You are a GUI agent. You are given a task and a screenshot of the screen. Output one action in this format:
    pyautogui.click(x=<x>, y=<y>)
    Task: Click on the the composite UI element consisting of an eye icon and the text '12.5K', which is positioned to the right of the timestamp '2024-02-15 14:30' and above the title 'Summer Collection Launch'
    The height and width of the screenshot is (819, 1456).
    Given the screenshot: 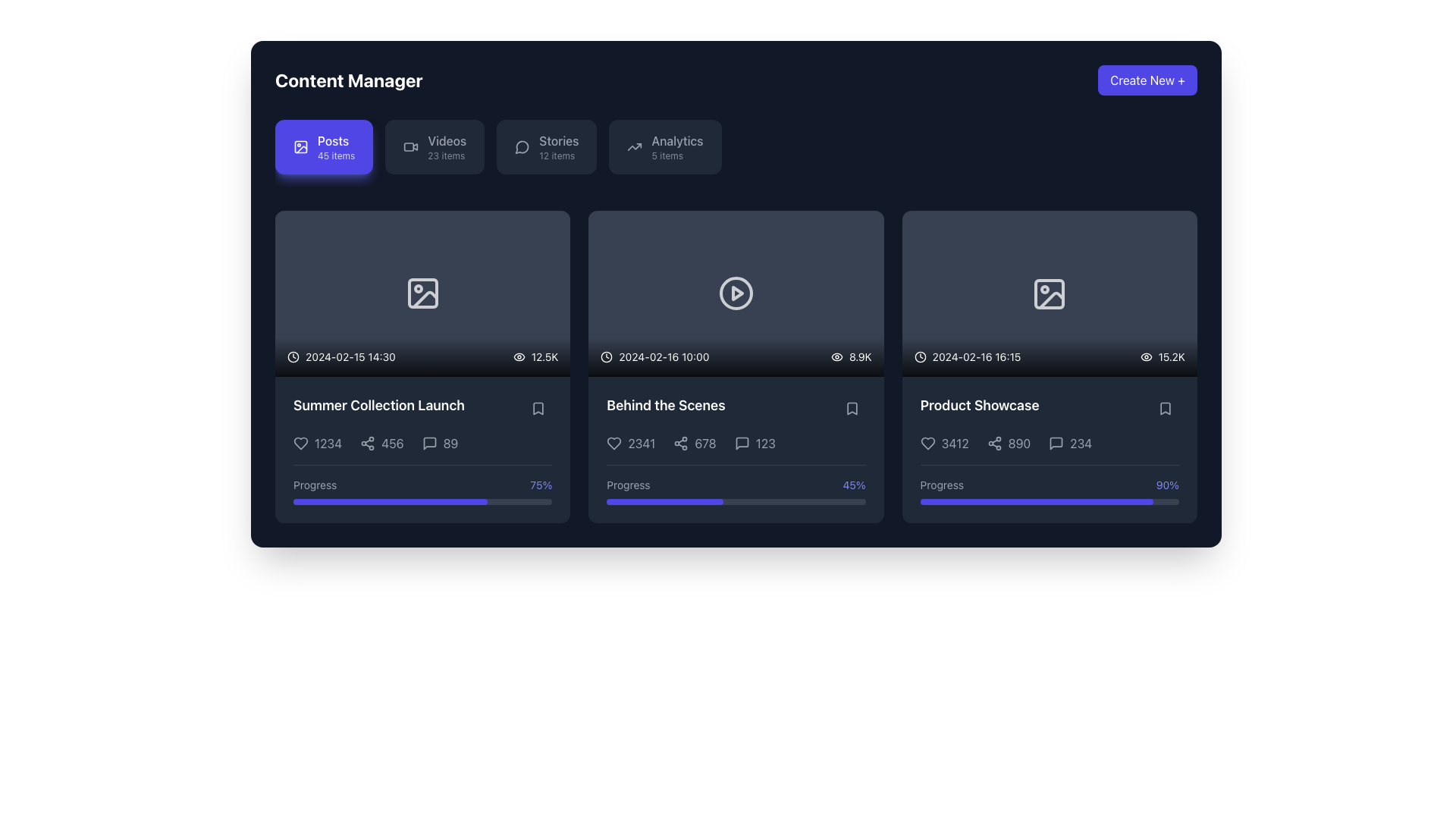 What is the action you would take?
    pyautogui.click(x=535, y=356)
    